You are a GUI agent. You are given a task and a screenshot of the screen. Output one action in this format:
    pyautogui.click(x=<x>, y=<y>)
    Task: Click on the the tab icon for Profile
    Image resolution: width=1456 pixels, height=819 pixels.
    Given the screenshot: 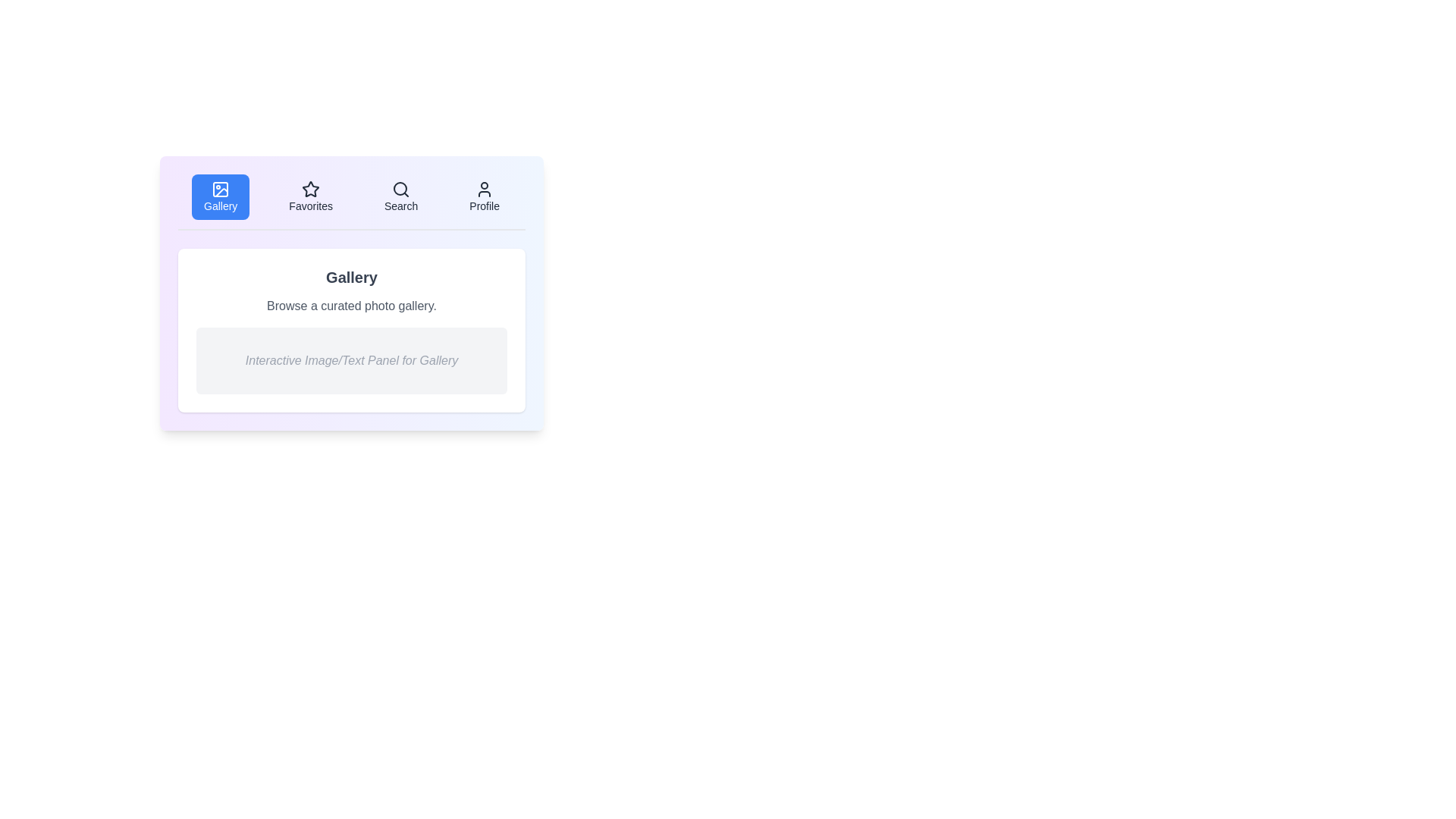 What is the action you would take?
    pyautogui.click(x=483, y=189)
    